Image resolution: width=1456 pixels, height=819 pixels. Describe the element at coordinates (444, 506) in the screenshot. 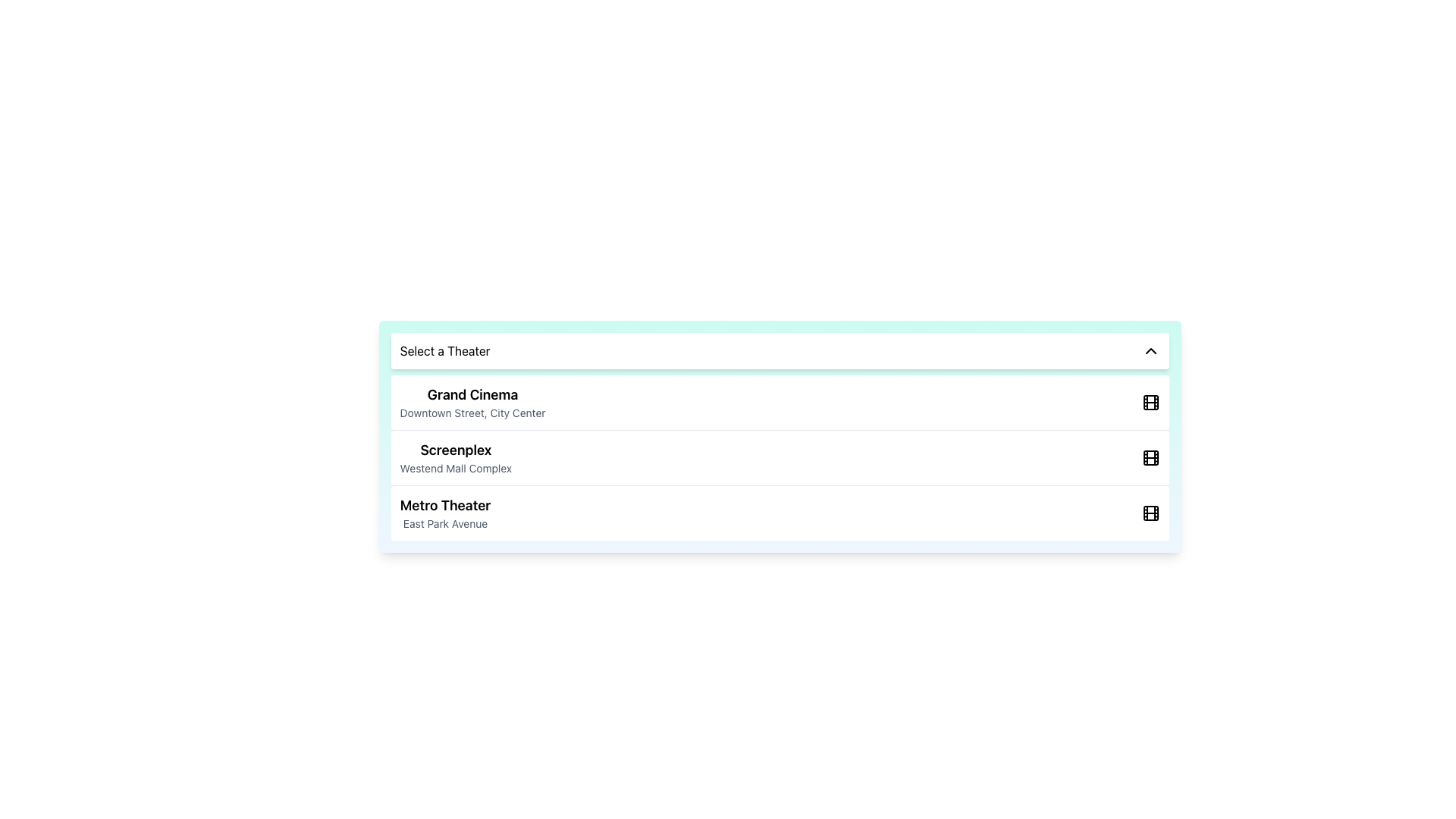

I see `the 'Metro Theater' text display, which is a bold and large labeled element positioned above the subtitle 'East Park Avenue' in the theater list` at that location.